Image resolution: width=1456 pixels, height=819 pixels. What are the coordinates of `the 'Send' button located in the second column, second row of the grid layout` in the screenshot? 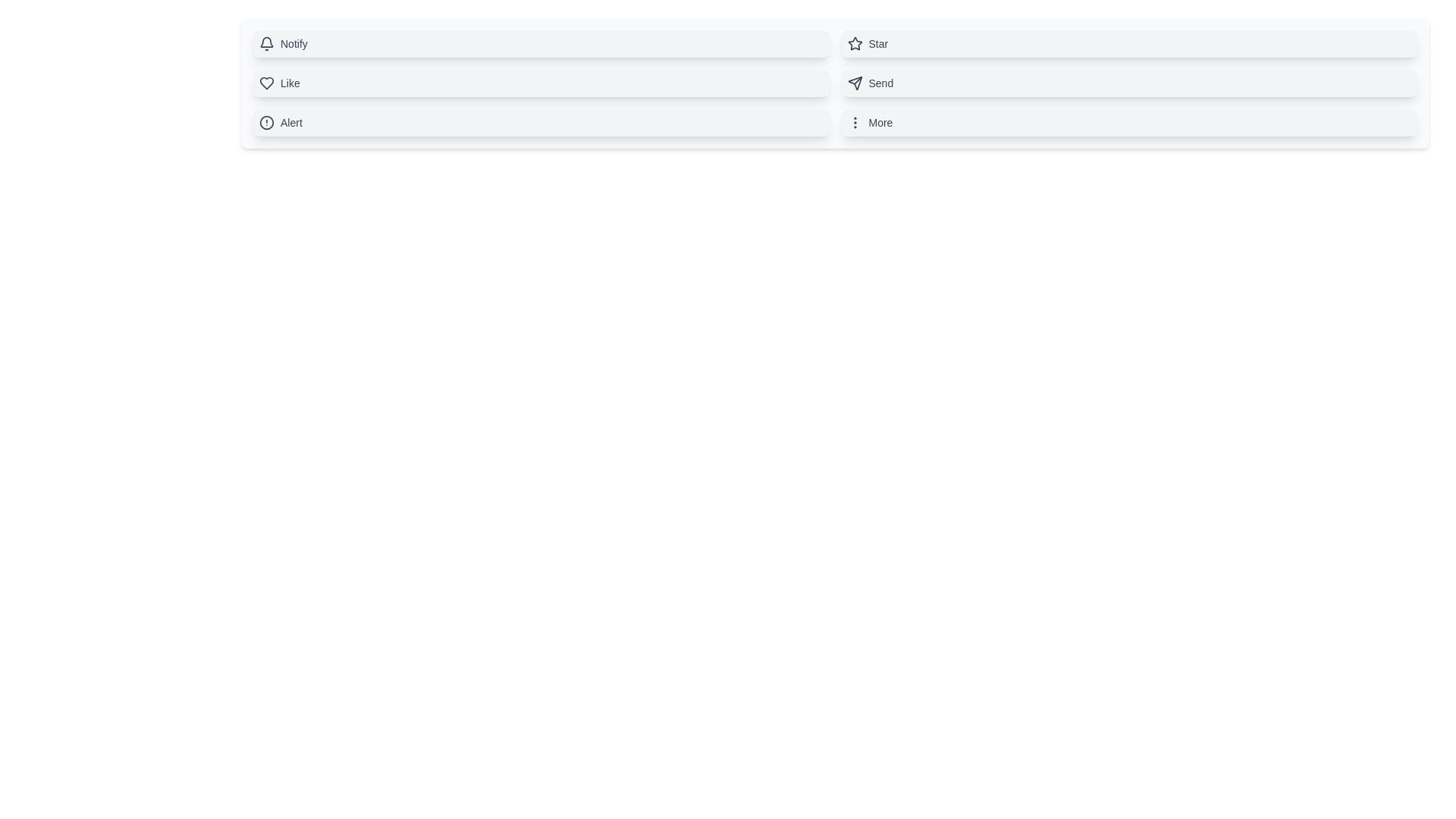 It's located at (1129, 83).